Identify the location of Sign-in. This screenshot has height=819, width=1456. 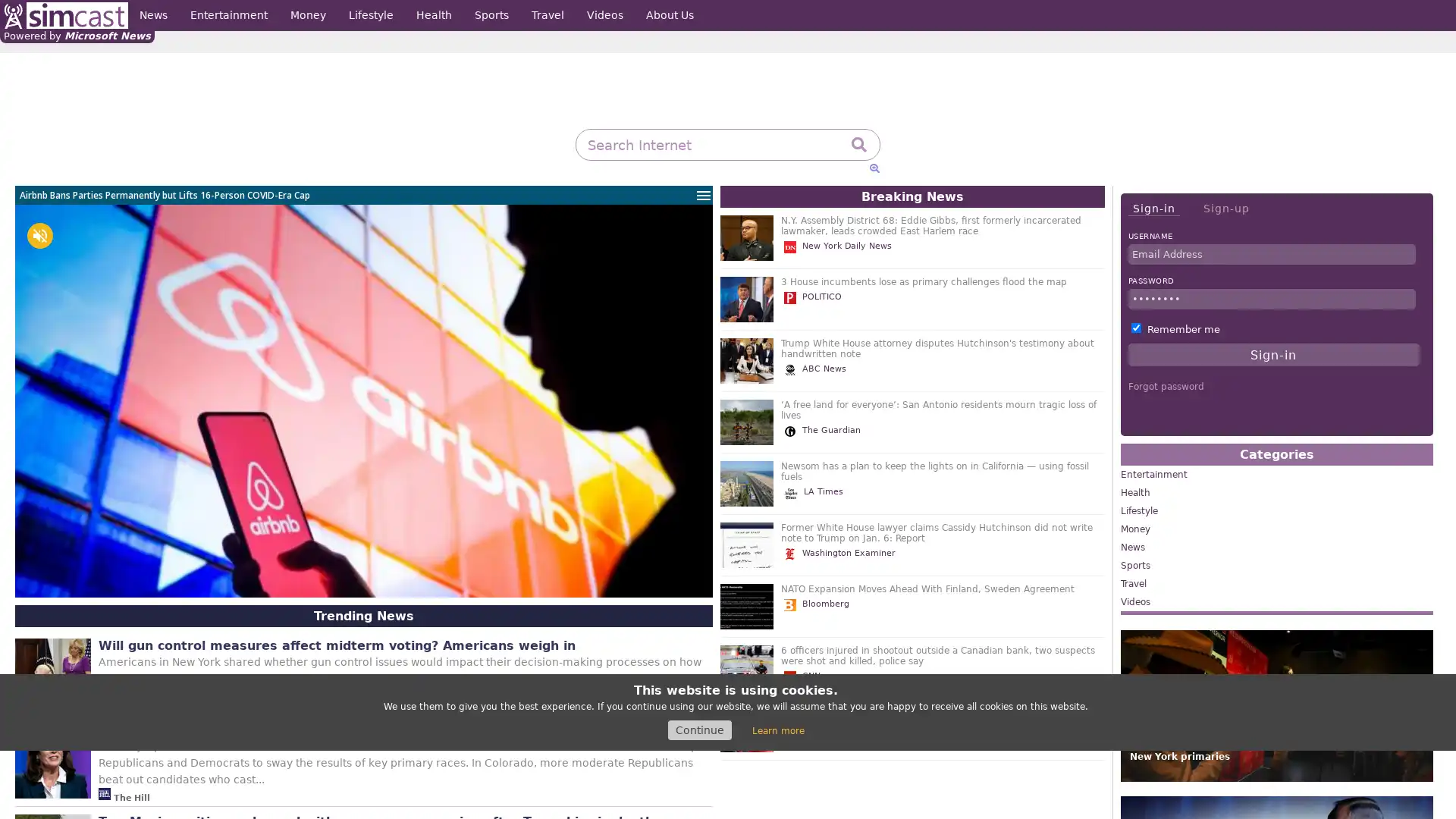
(1273, 354).